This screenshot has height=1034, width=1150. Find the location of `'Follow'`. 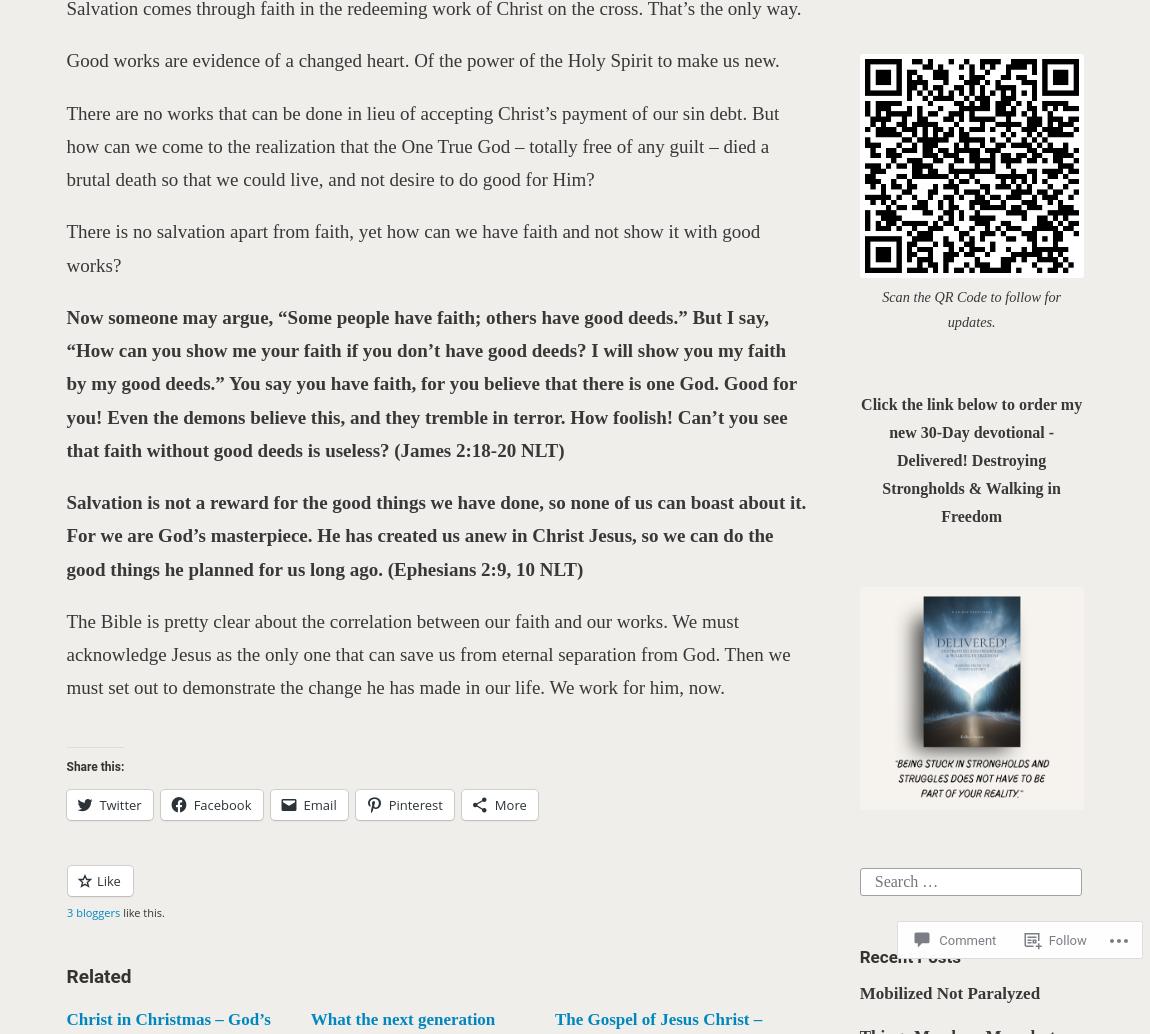

'Follow' is located at coordinates (1068, 937).